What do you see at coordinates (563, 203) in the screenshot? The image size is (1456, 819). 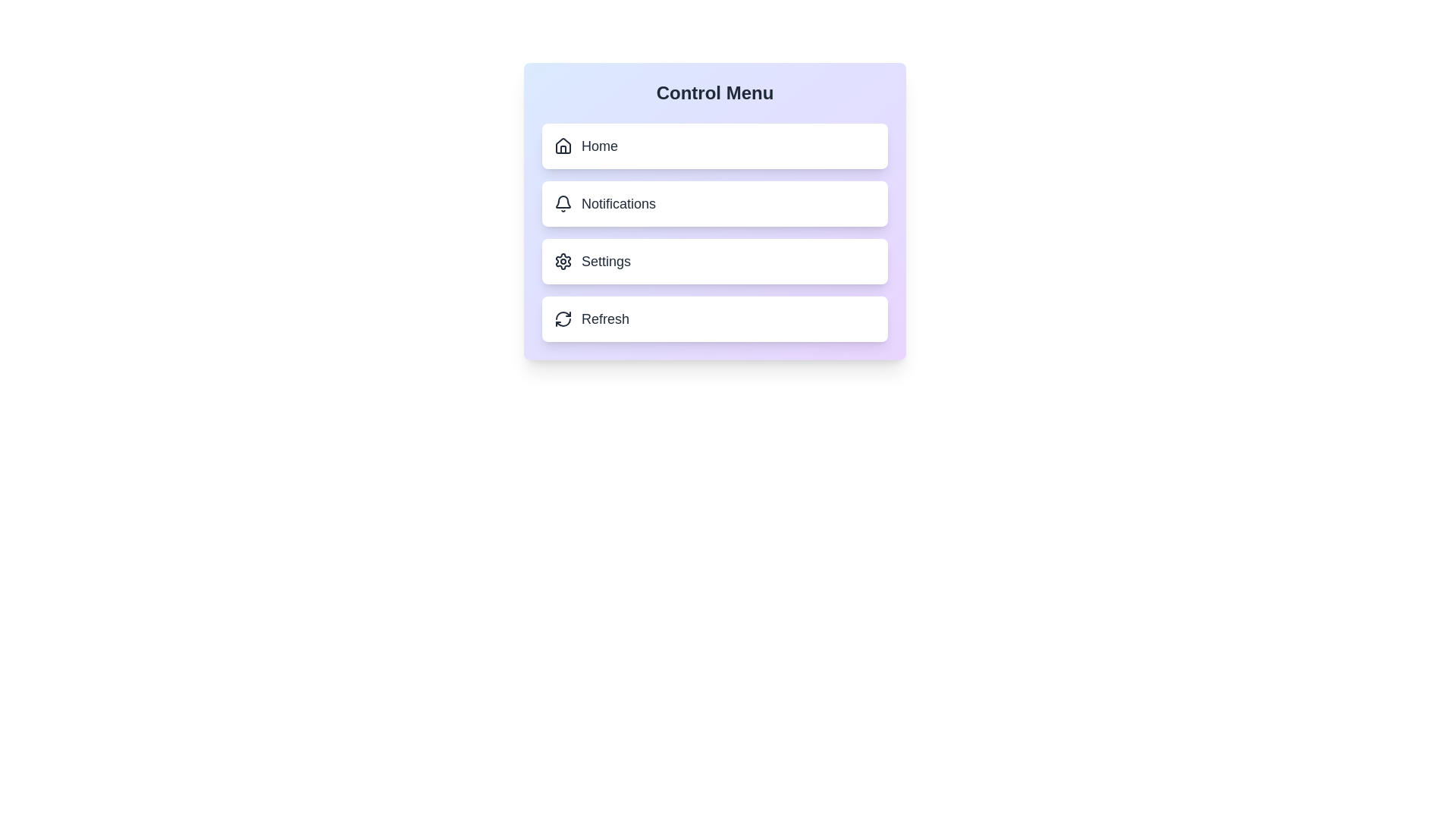 I see `the icon associated with the menu option Notifications` at bounding box center [563, 203].